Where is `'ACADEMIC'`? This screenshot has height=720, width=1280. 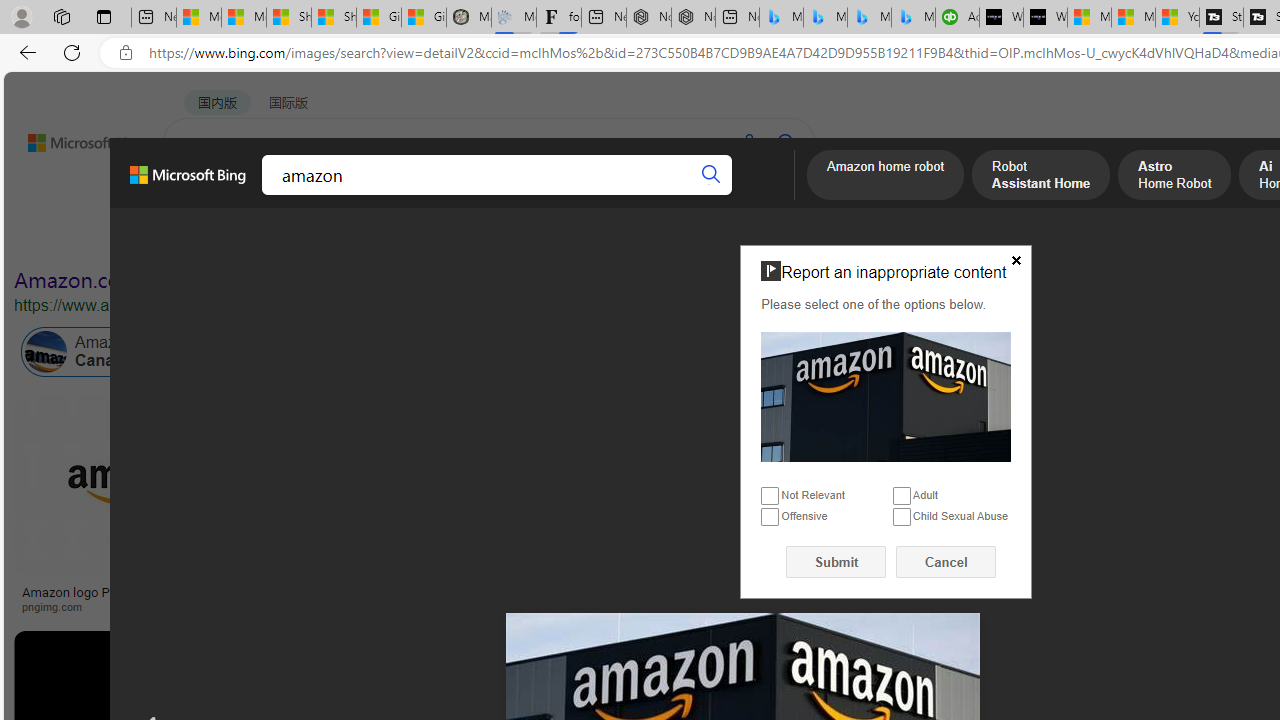 'ACADEMIC' is located at coordinates (548, 195).